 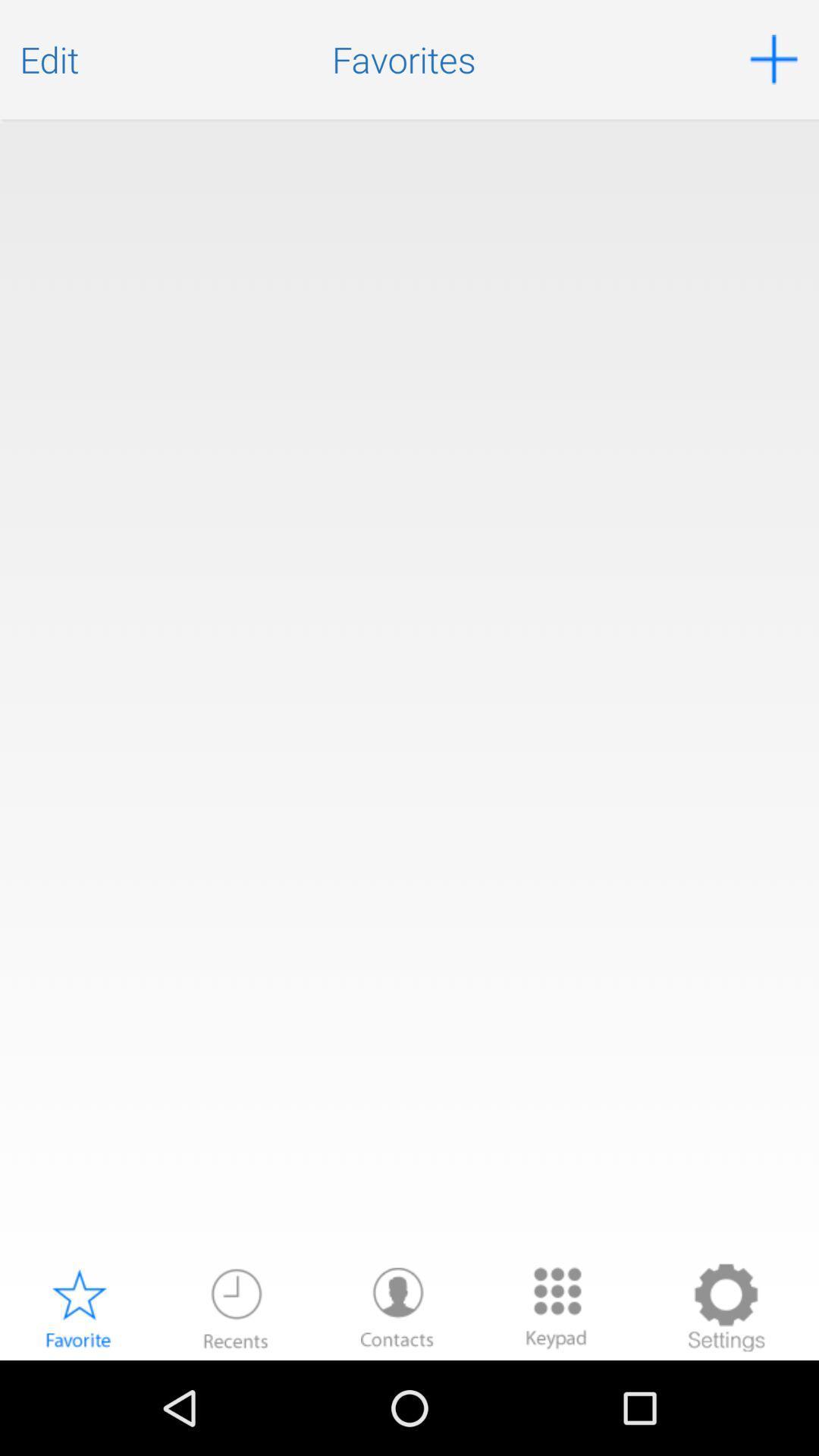 I want to click on open keypad, so click(x=556, y=1307).